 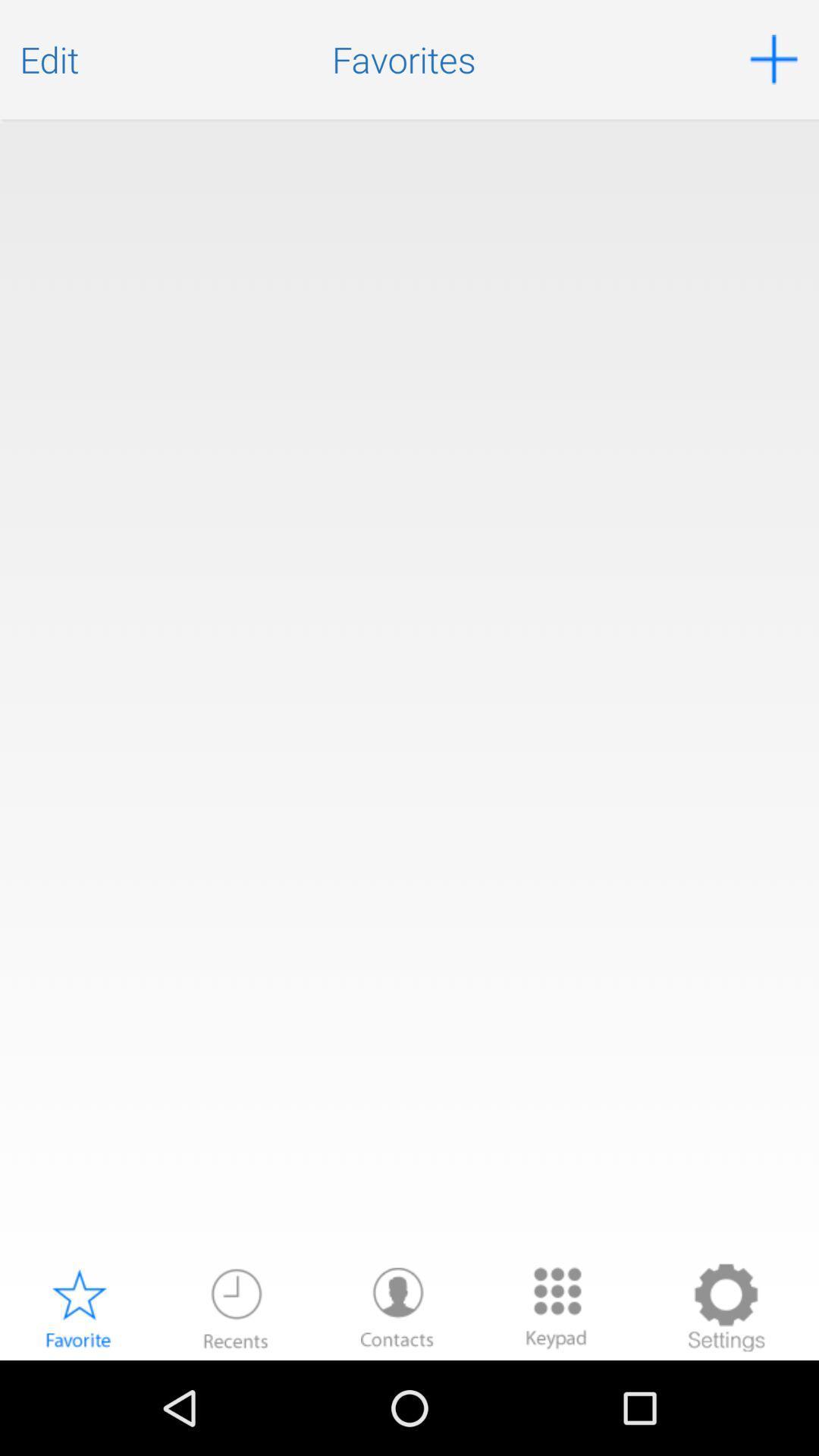 I want to click on open keypad, so click(x=556, y=1307).